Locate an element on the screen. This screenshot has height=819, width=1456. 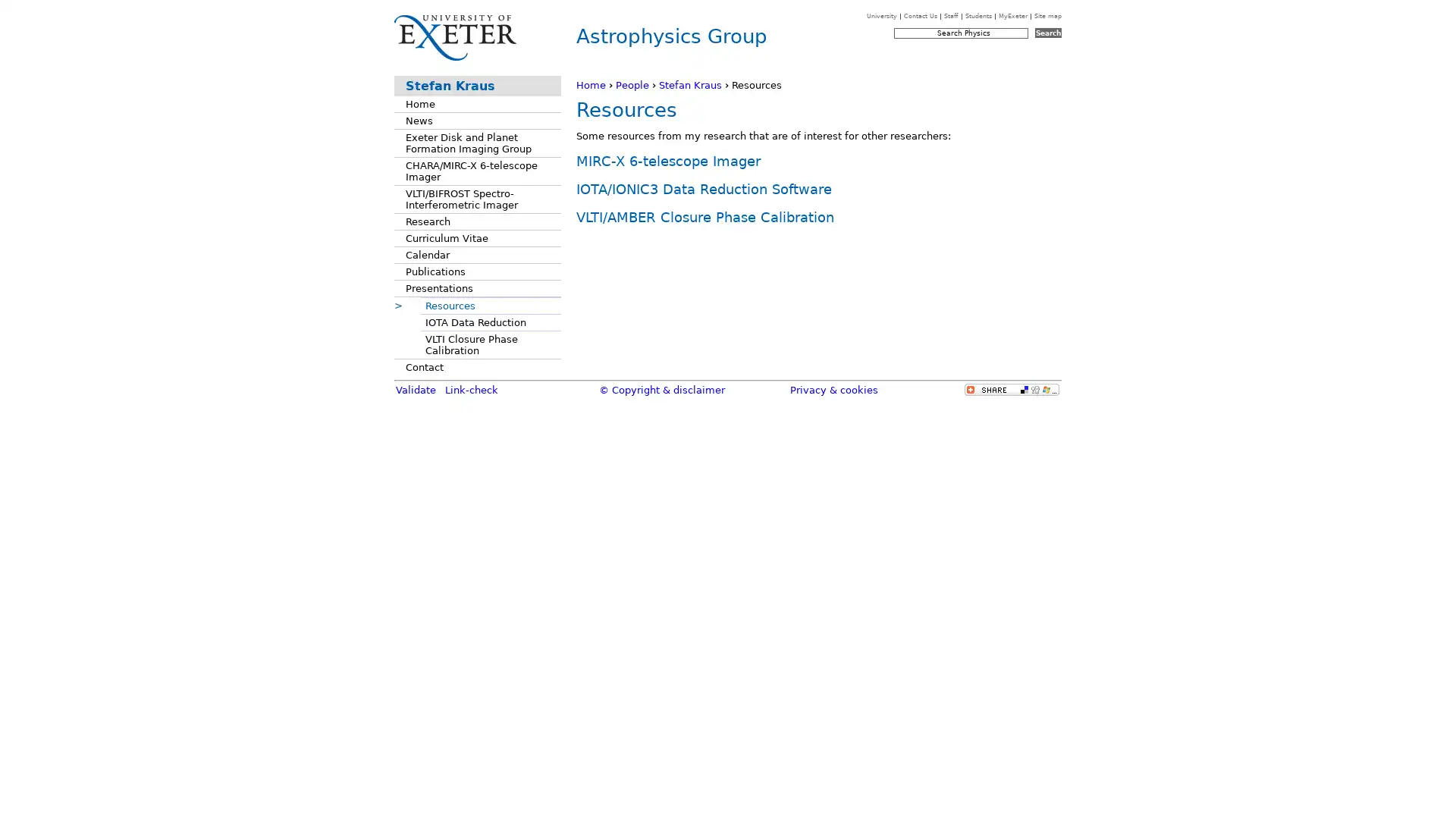
Search is located at coordinates (1047, 33).